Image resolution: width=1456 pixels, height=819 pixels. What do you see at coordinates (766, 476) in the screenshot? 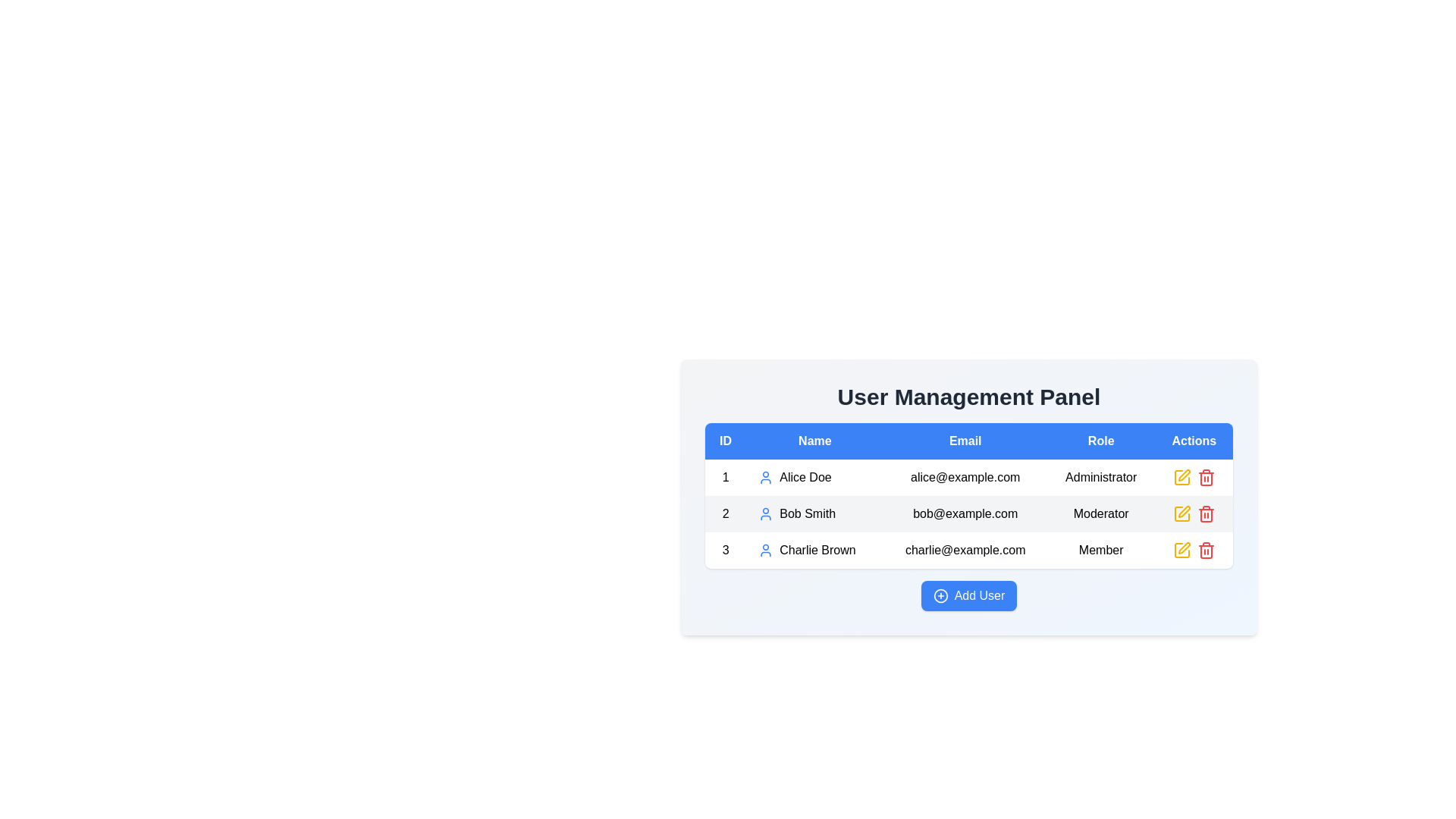
I see `the user icon located in the first row of the 'Name' column, which is adjacent to the text 'Alice Doe'` at bounding box center [766, 476].